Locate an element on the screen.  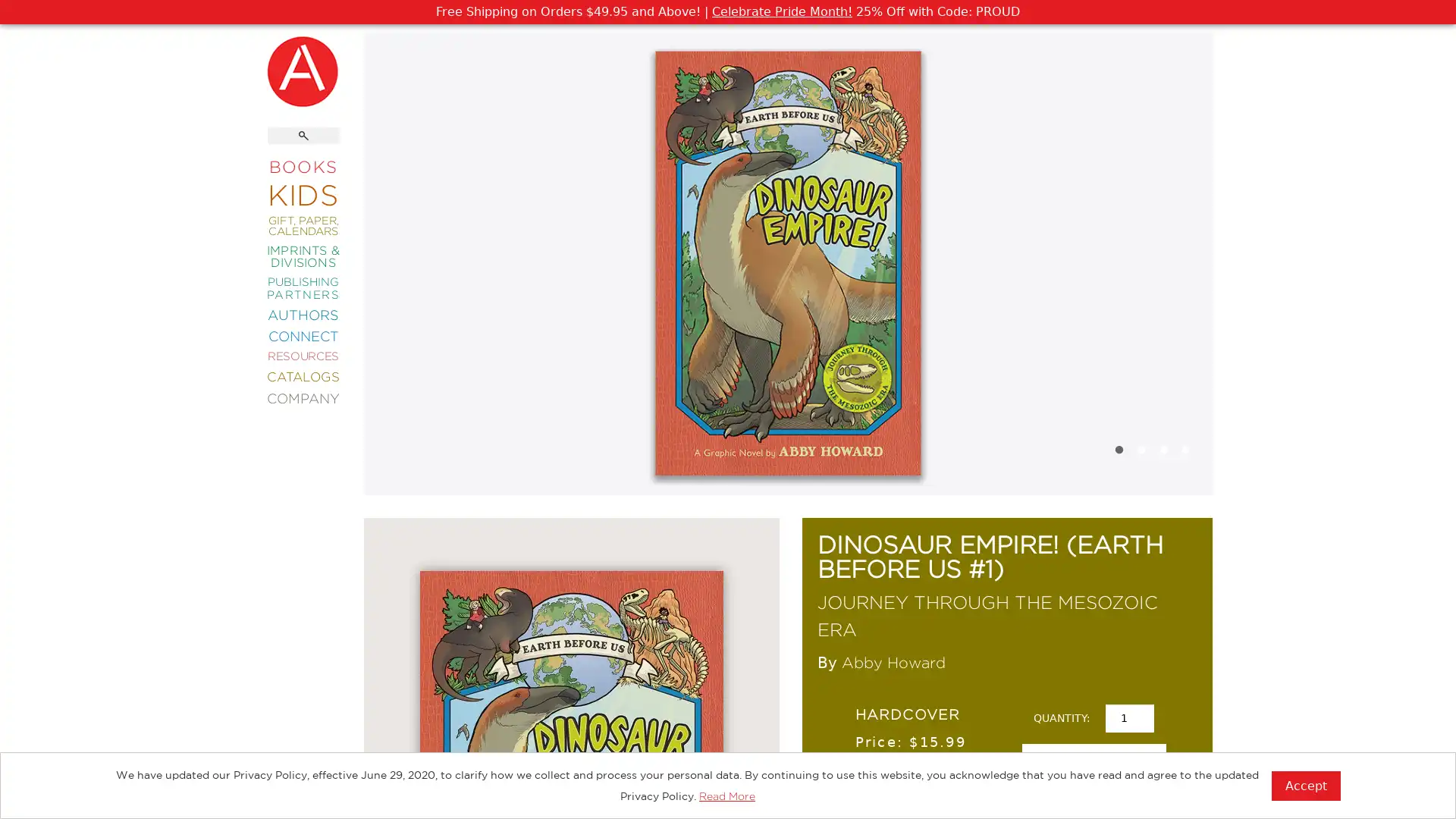
BOOKS is located at coordinates (303, 166).